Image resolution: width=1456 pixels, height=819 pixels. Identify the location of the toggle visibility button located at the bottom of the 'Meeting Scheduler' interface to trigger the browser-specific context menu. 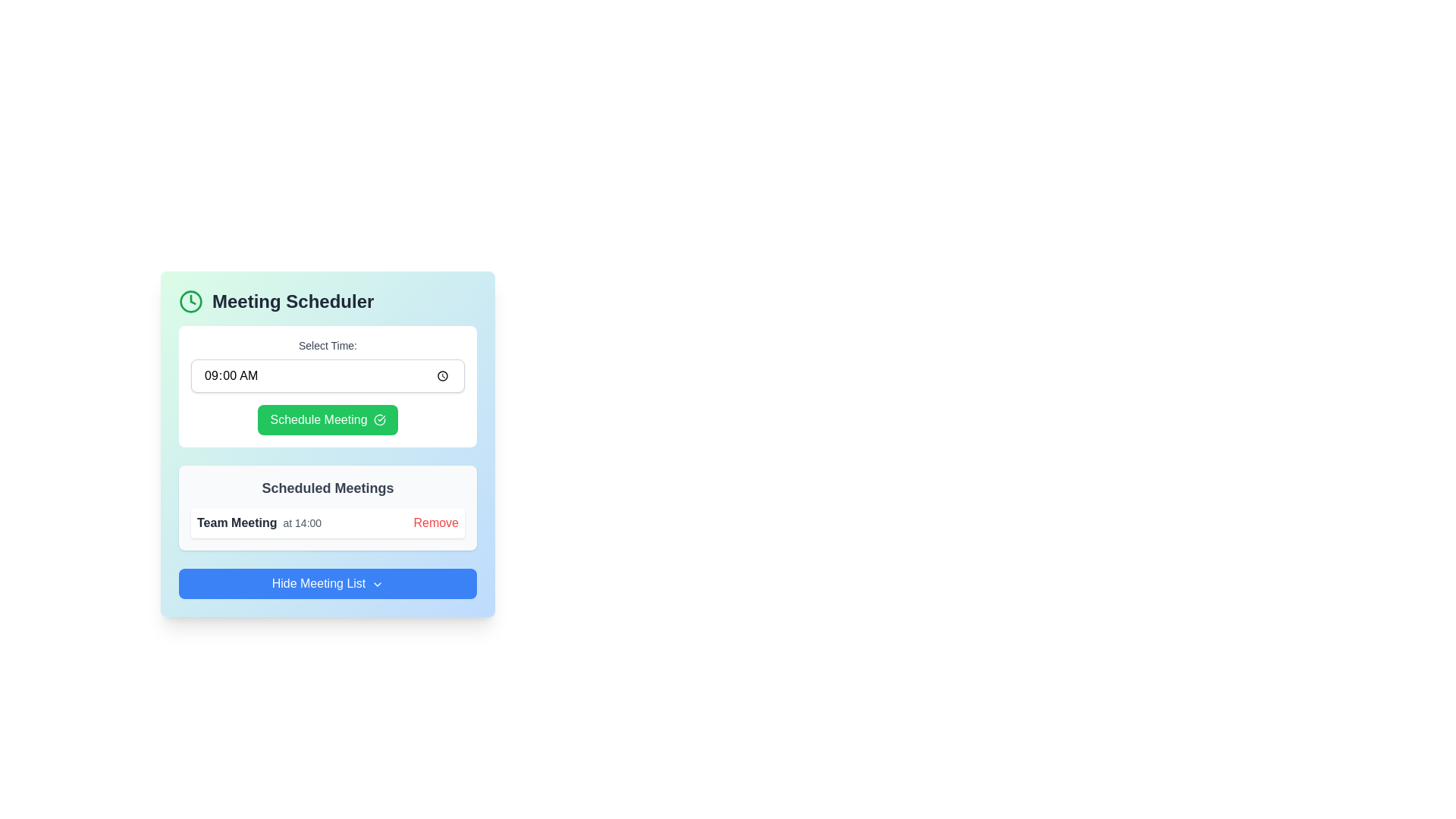
(327, 583).